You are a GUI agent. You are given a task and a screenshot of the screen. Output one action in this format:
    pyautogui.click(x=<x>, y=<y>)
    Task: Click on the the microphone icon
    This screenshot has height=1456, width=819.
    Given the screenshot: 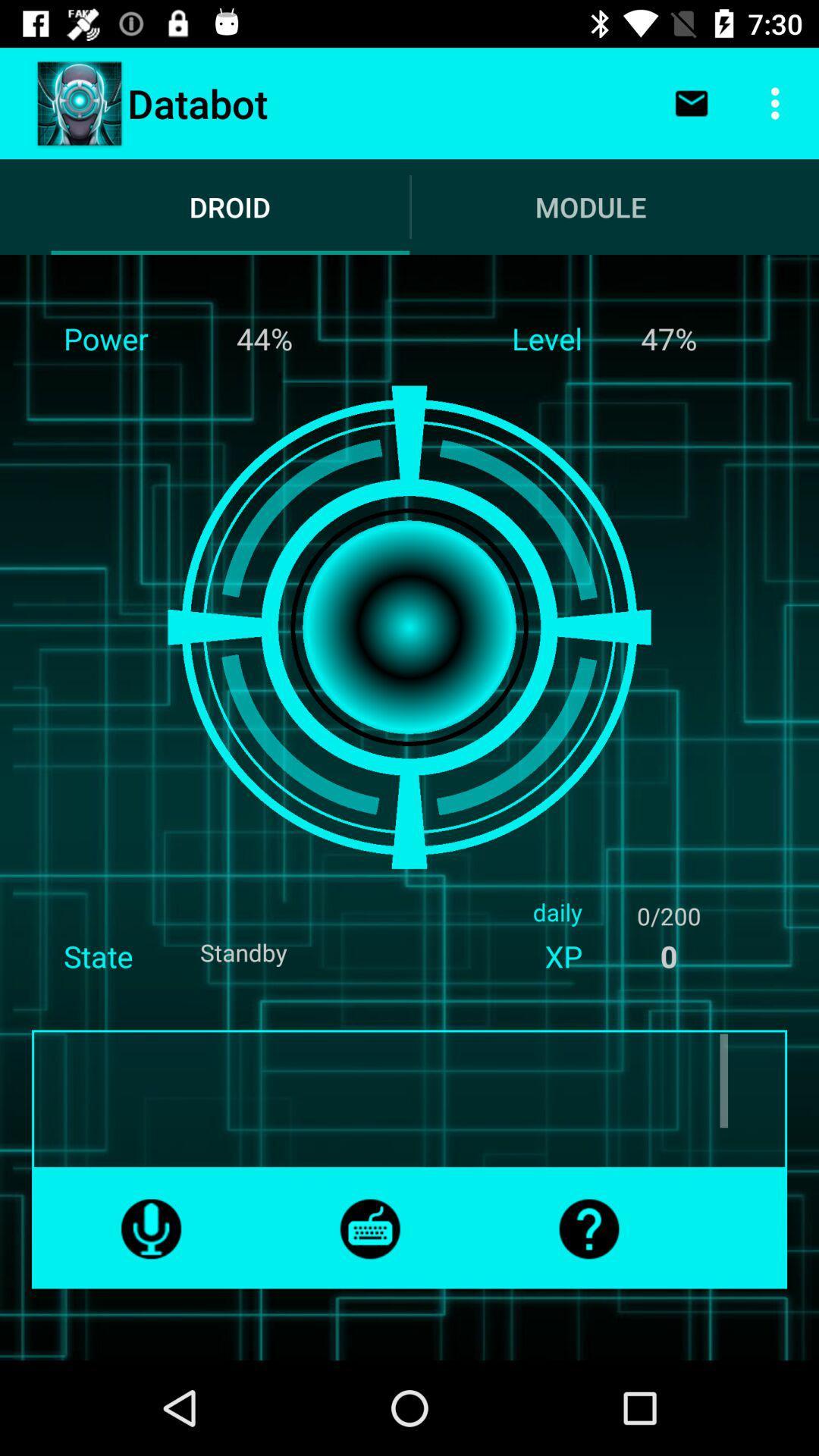 What is the action you would take?
    pyautogui.click(x=151, y=1228)
    